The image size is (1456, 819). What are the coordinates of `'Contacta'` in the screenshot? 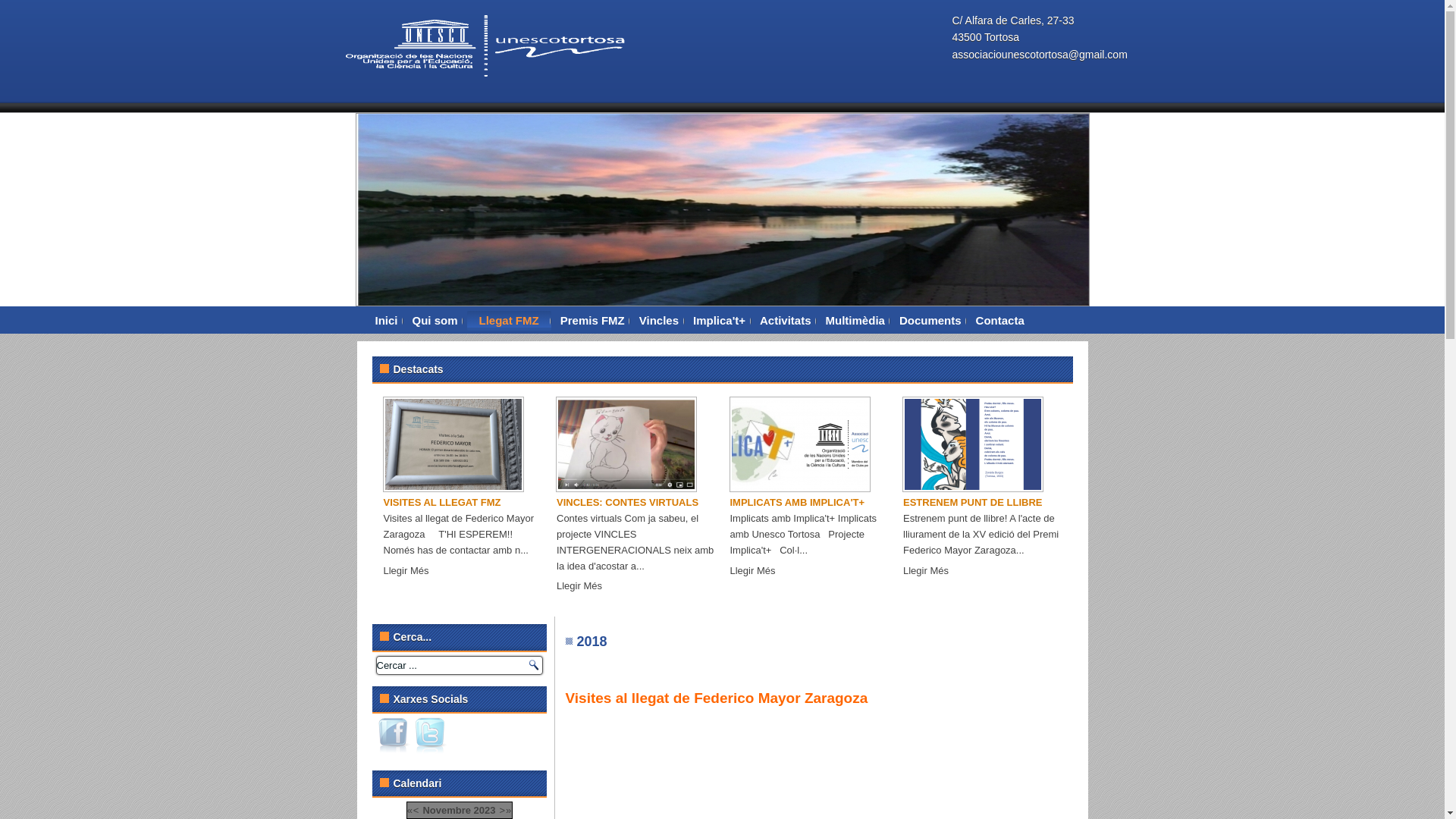 It's located at (1000, 320).